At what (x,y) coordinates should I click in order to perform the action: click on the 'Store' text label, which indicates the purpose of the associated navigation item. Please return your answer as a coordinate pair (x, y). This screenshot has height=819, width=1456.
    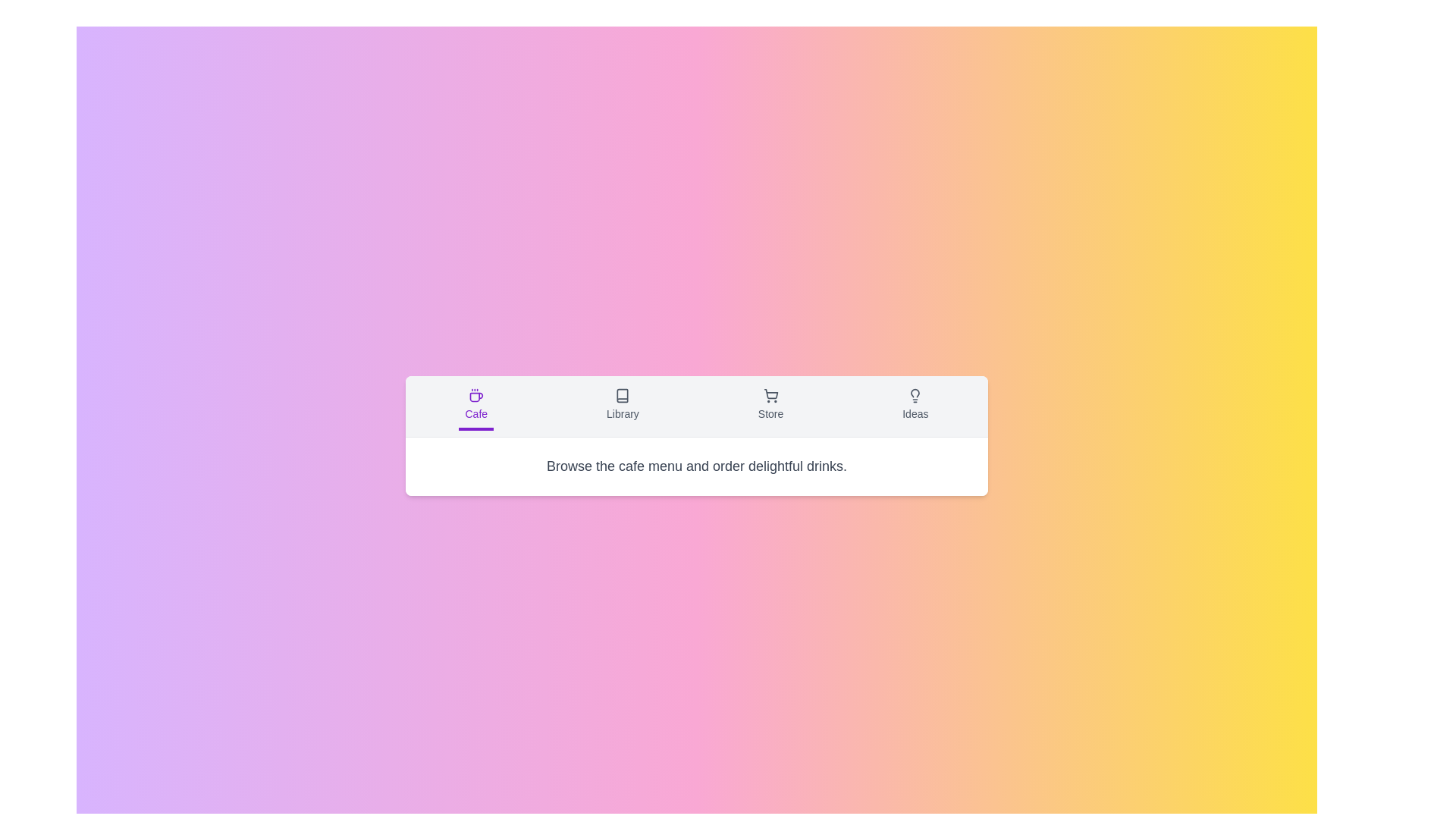
    Looking at the image, I should click on (770, 413).